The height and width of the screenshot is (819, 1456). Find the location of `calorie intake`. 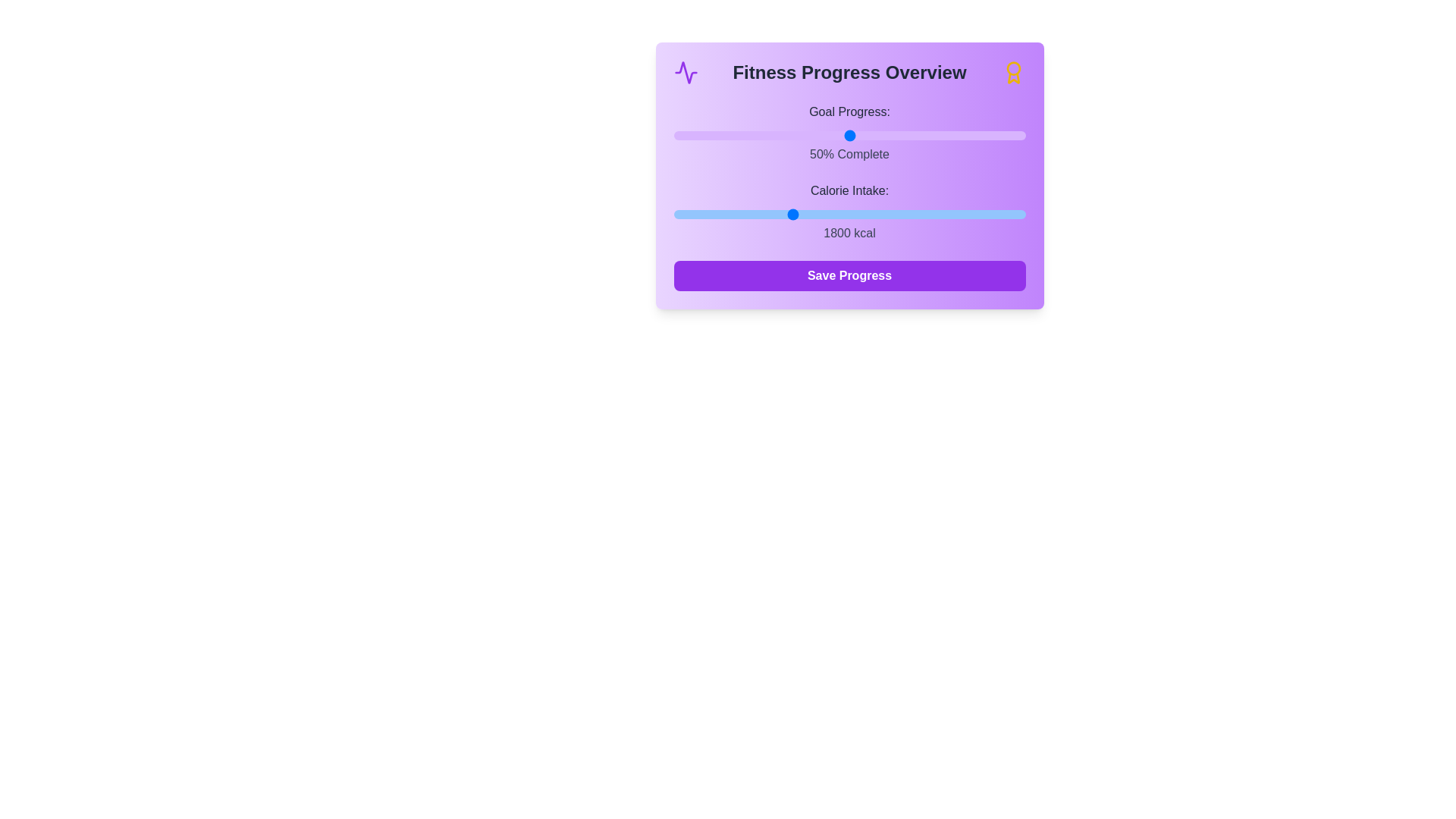

calorie intake is located at coordinates (716, 214).